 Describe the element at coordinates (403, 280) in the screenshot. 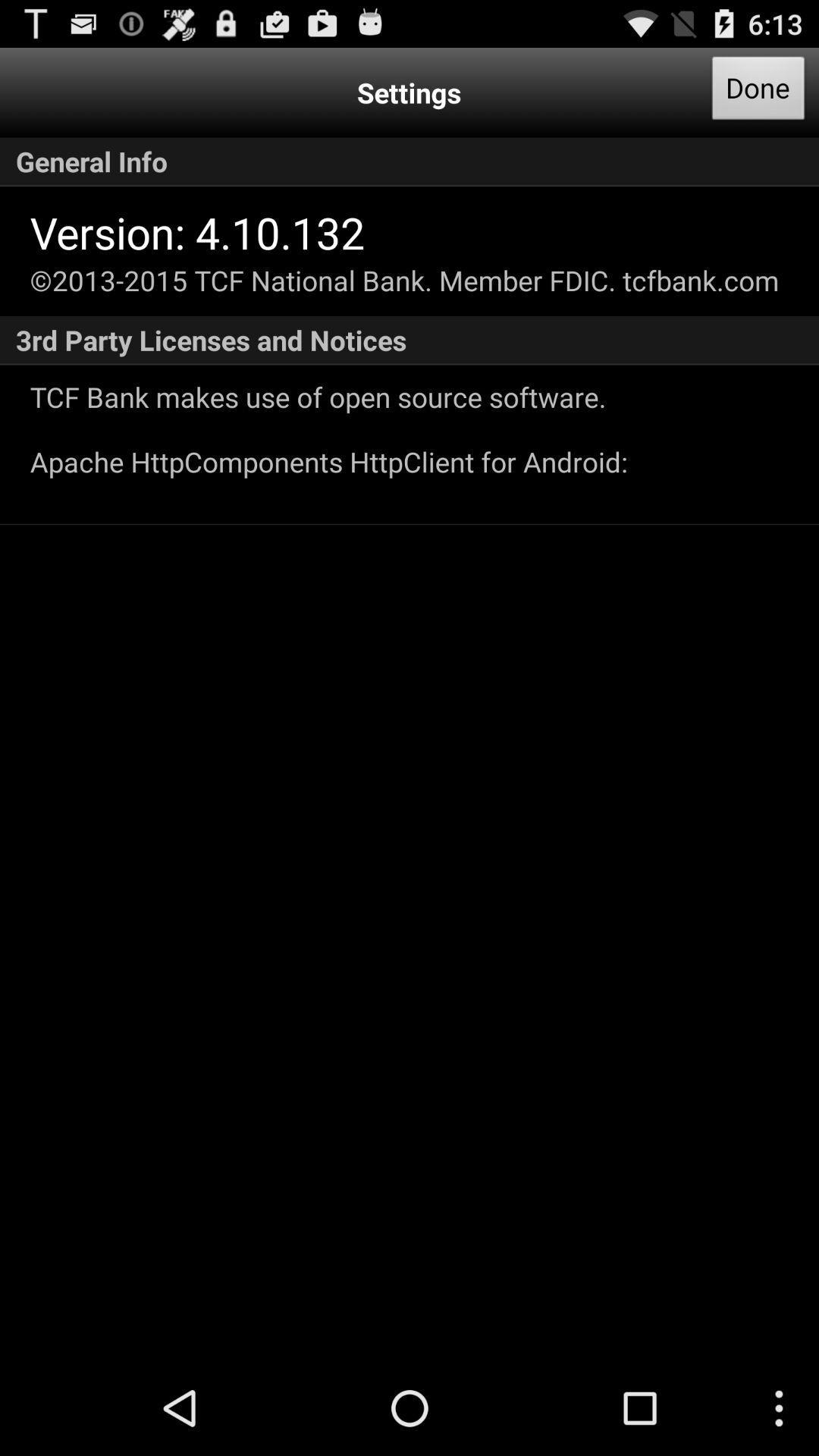

I see `the 2013 2015 tcf item` at that location.